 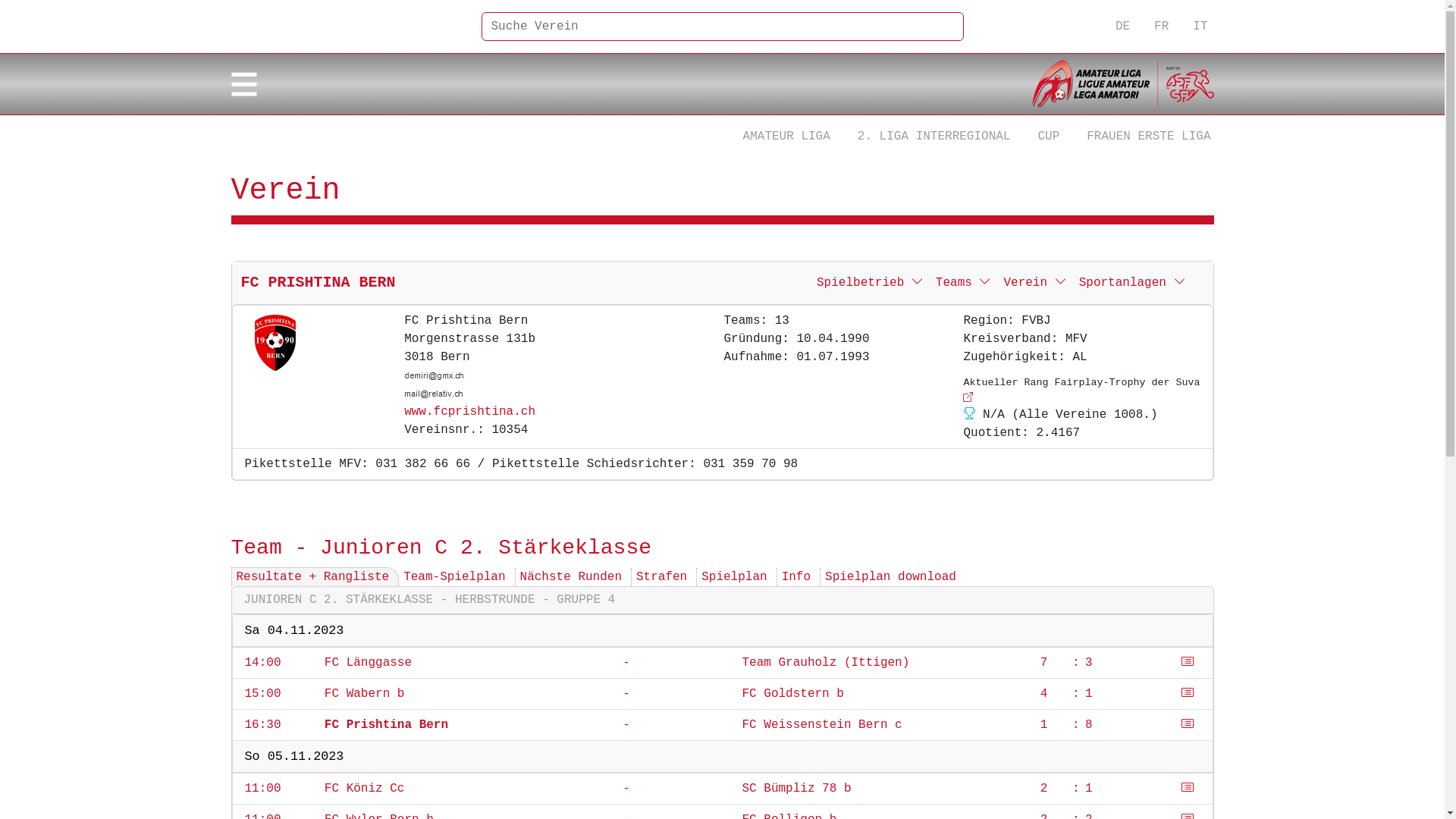 What do you see at coordinates (240, 282) in the screenshot?
I see `'FC PRISHTINA BERN'` at bounding box center [240, 282].